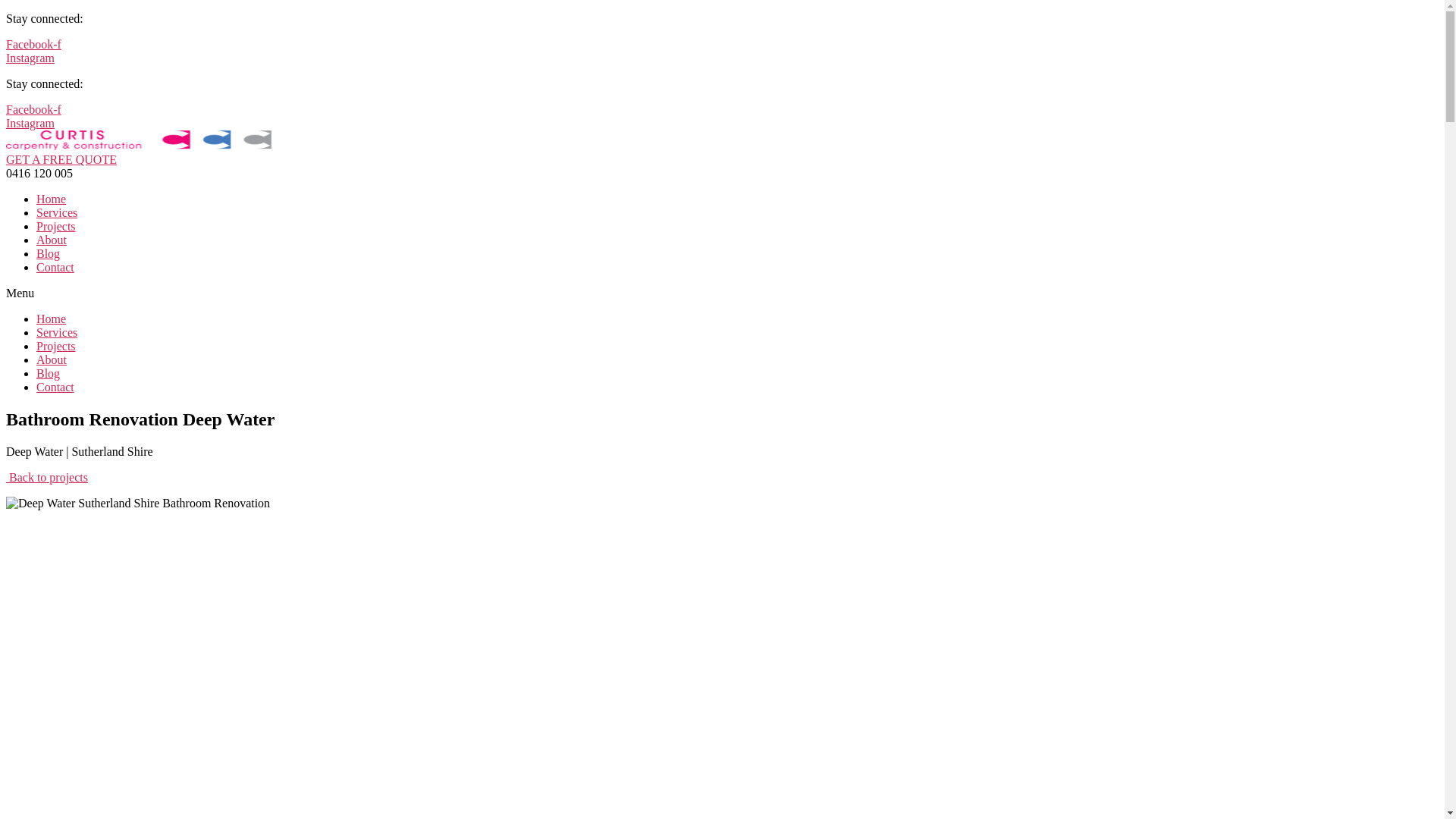 The width and height of the screenshot is (1456, 819). Describe the element at coordinates (36, 239) in the screenshot. I see `'About'` at that location.